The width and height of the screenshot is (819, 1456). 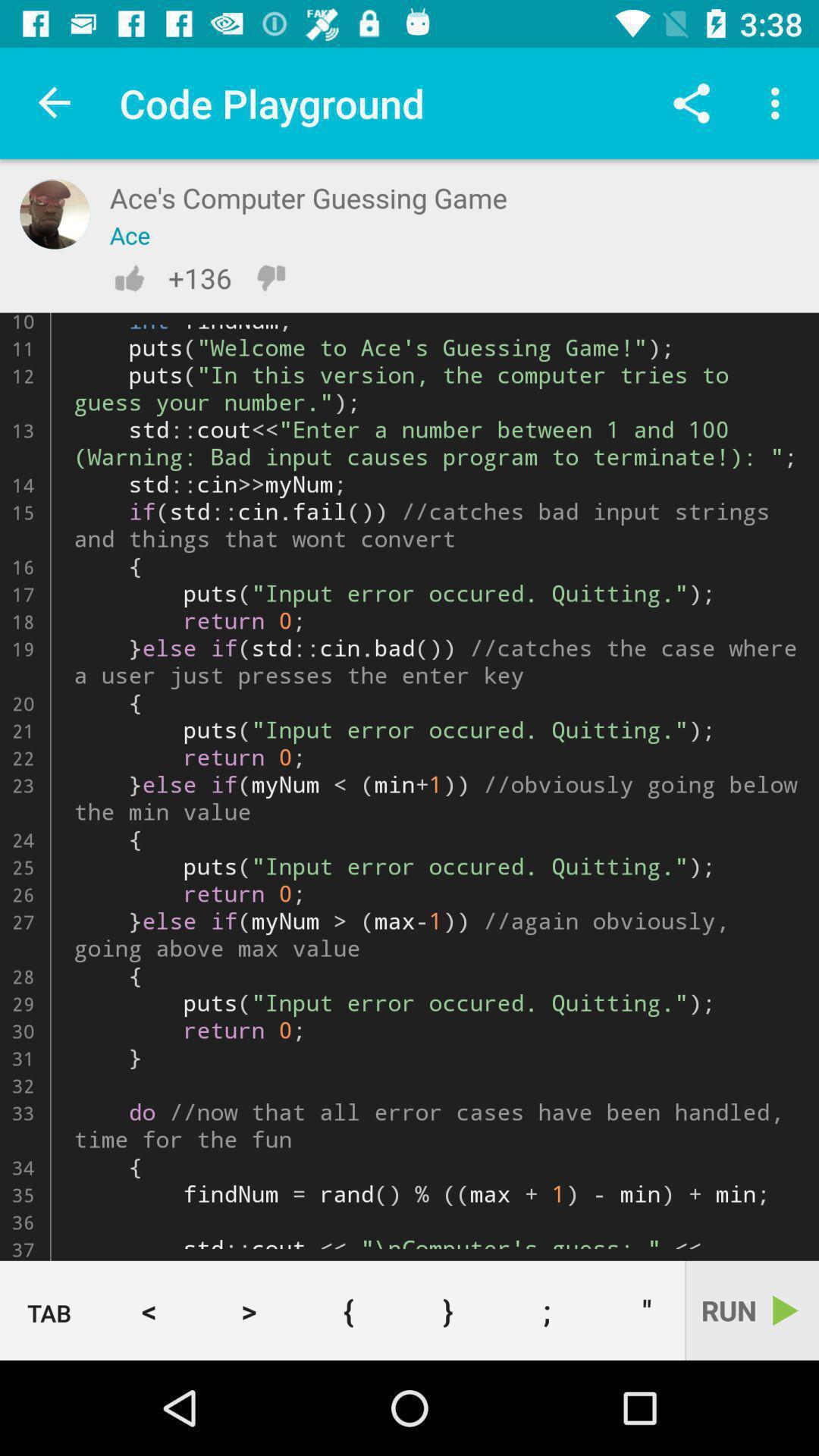 I want to click on like the code, so click(x=128, y=278).